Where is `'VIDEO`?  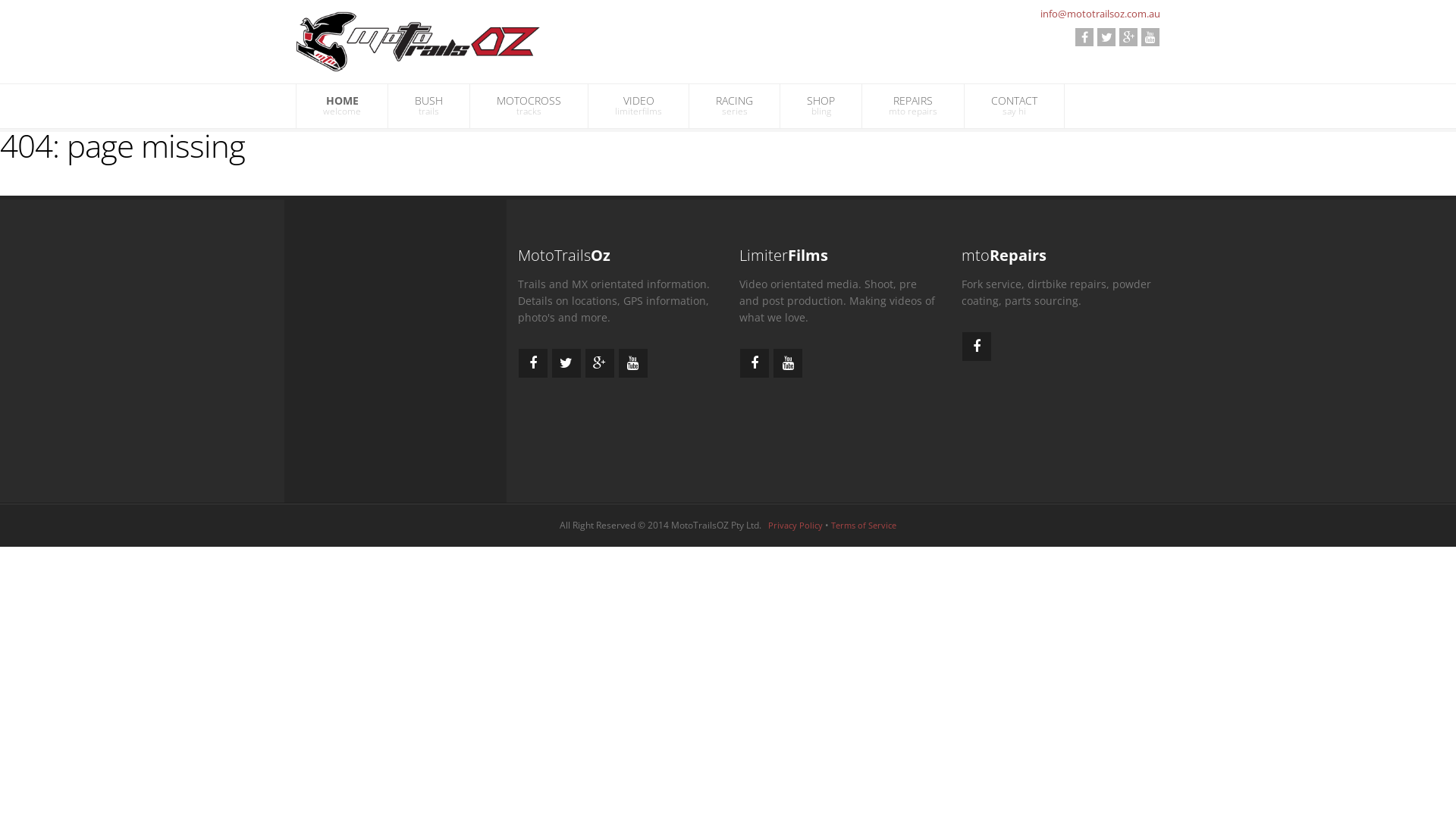
'VIDEO is located at coordinates (588, 105).